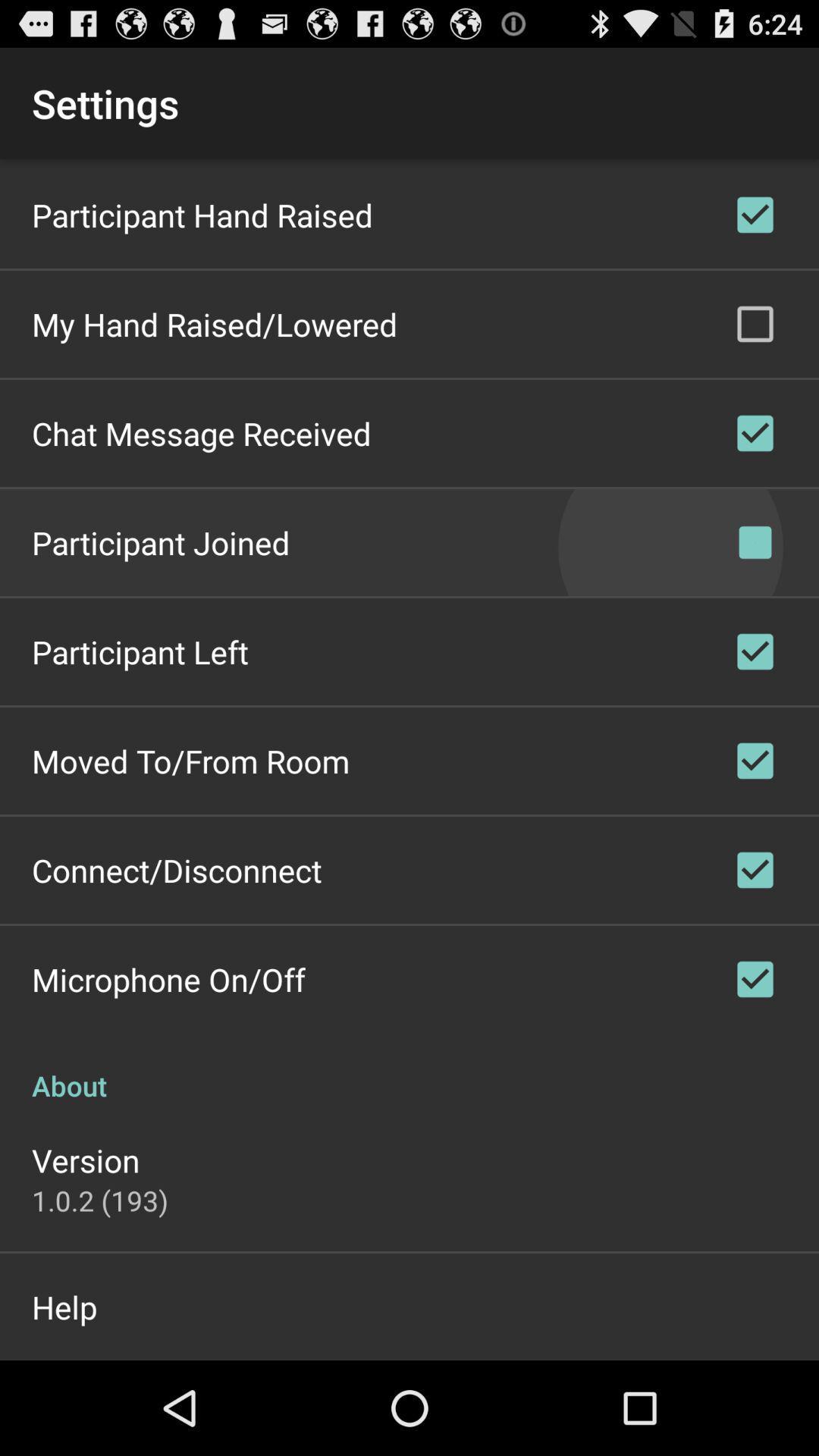 This screenshot has height=1456, width=819. Describe the element at coordinates (176, 870) in the screenshot. I see `item below moved to from app` at that location.